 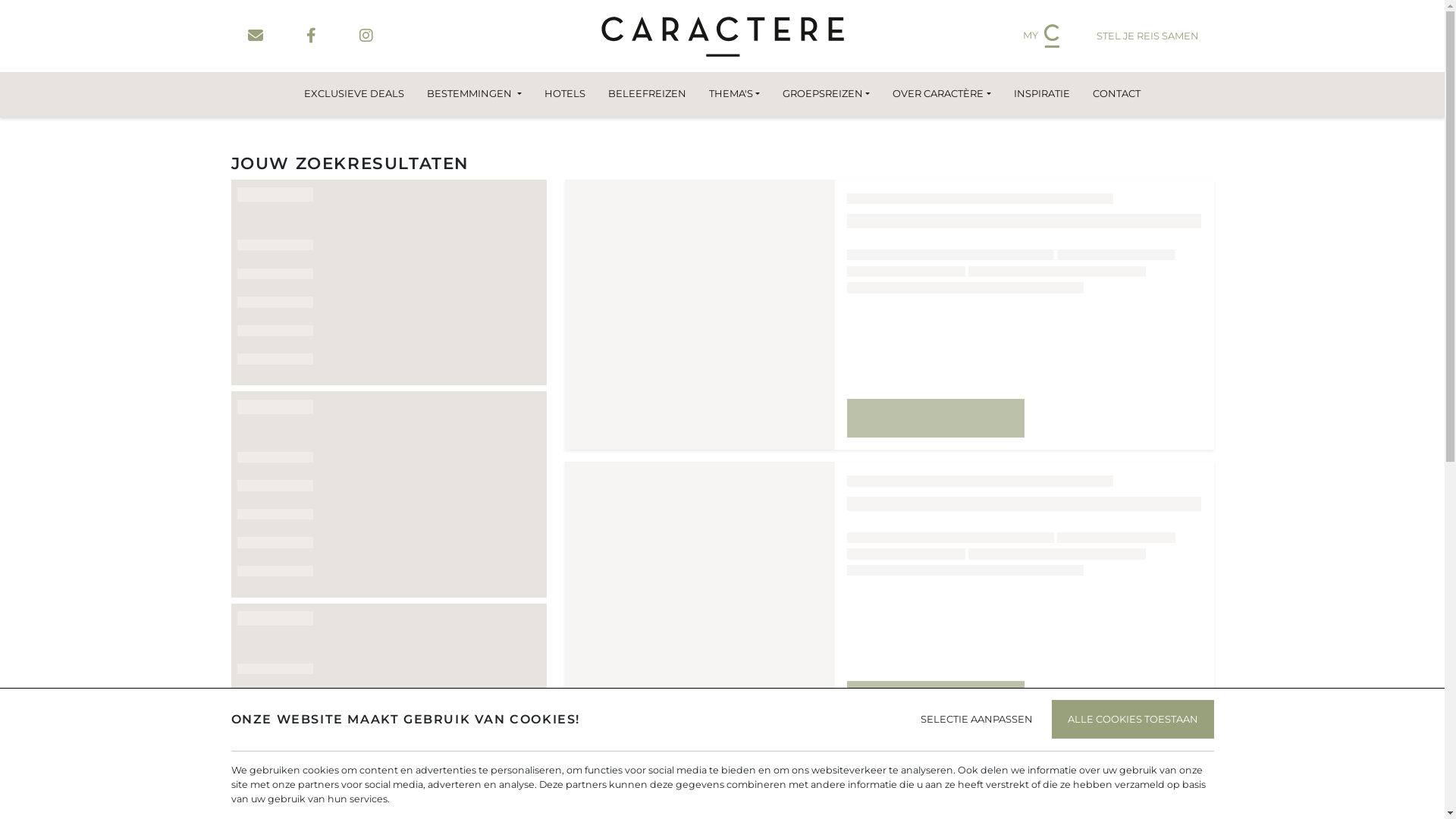 I want to click on 'CONTACT', so click(x=1080, y=93).